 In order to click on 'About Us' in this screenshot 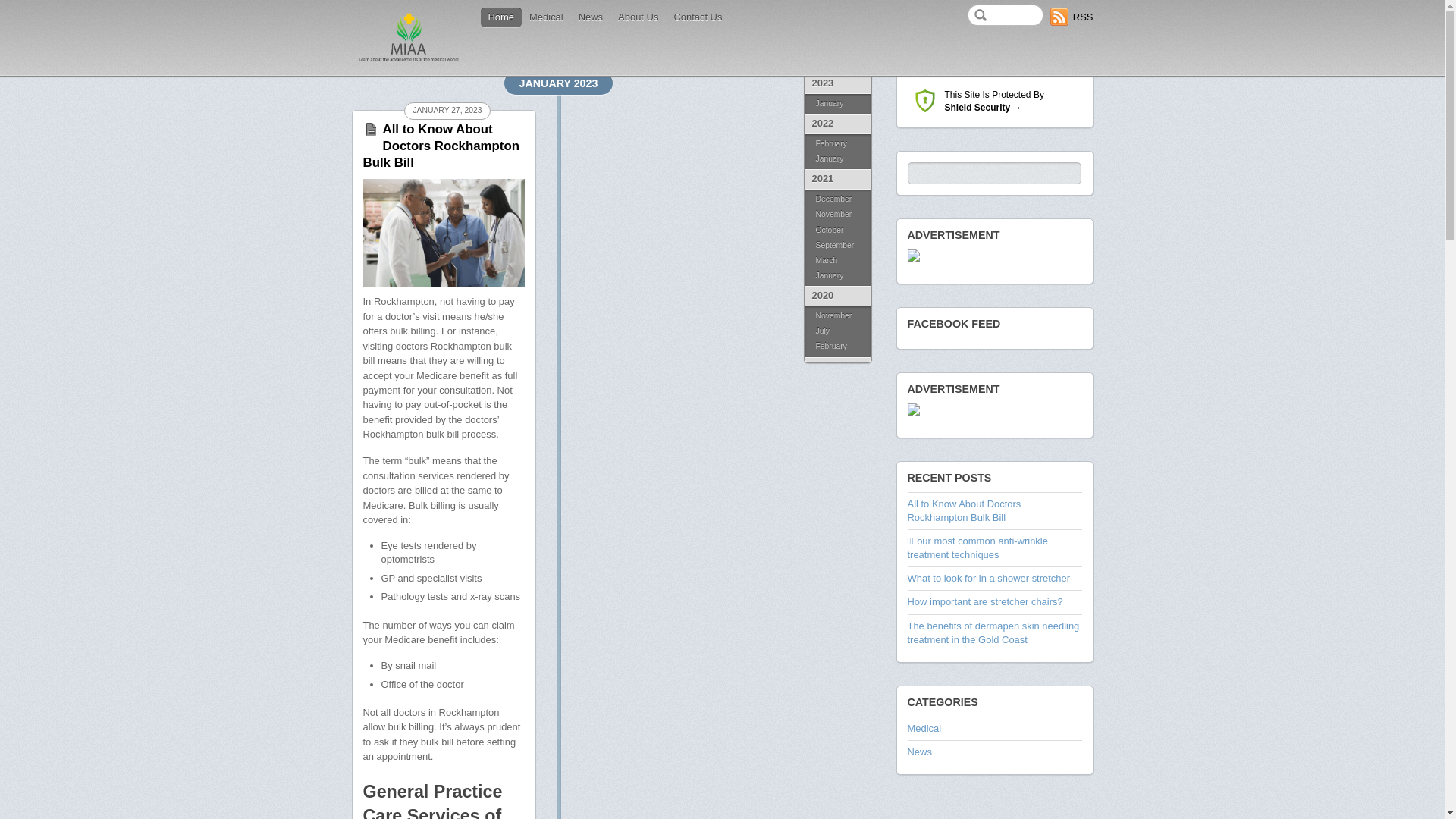, I will do `click(638, 17)`.